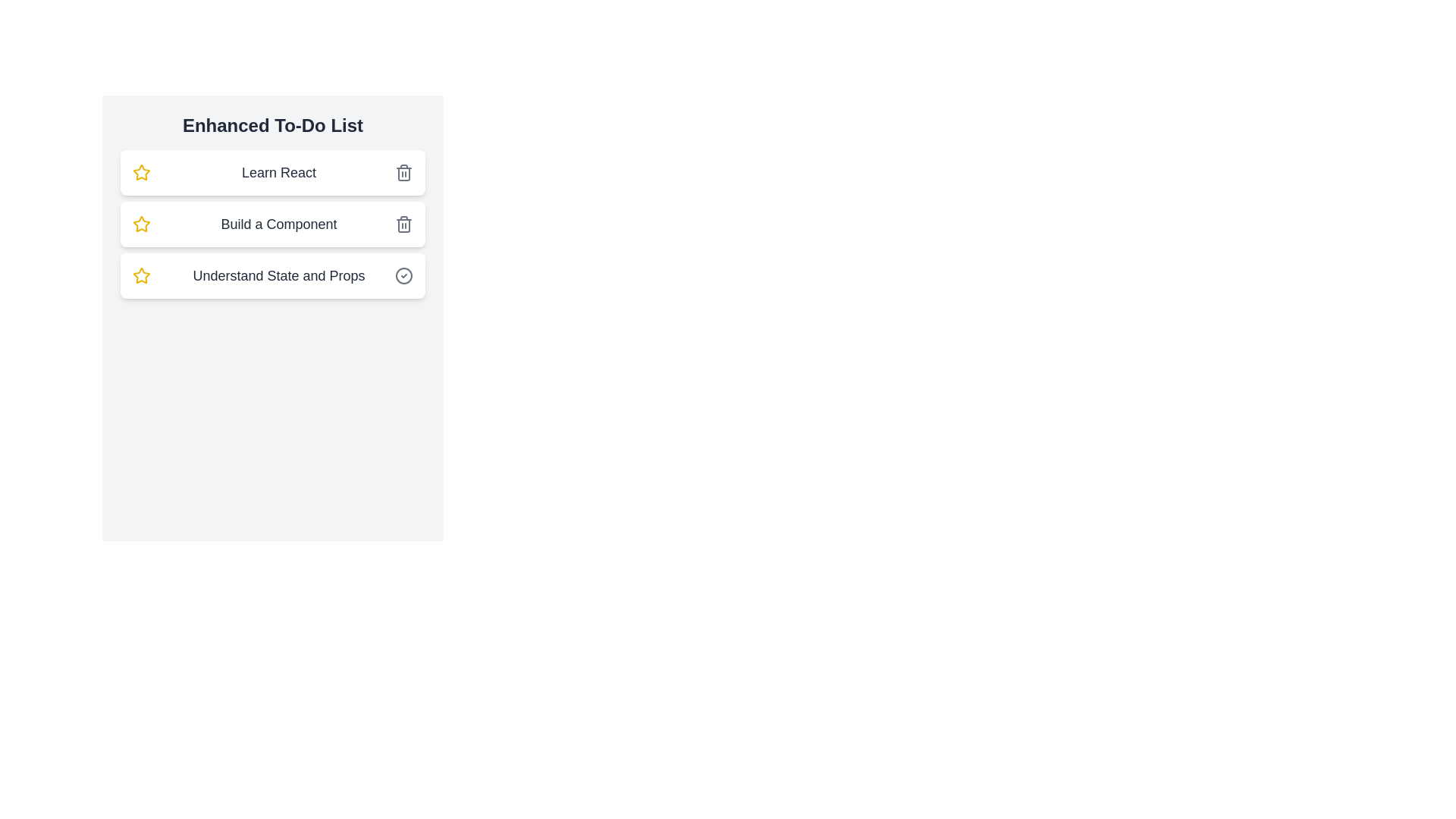  Describe the element at coordinates (403, 171) in the screenshot. I see `the delete button for the item 'Learn React' to change its color` at that location.